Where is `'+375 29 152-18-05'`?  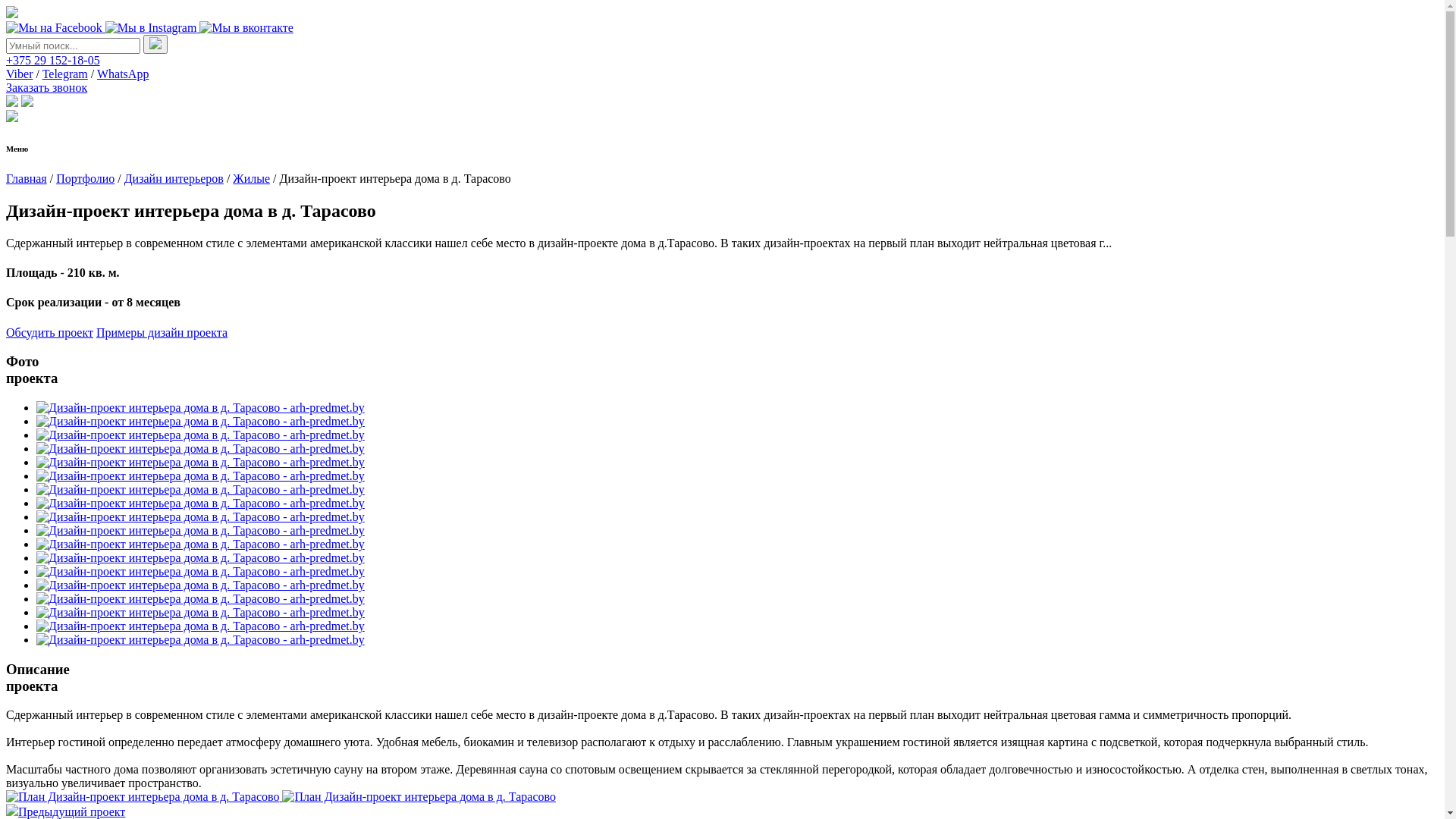
'+375 29 152-18-05' is located at coordinates (53, 59).